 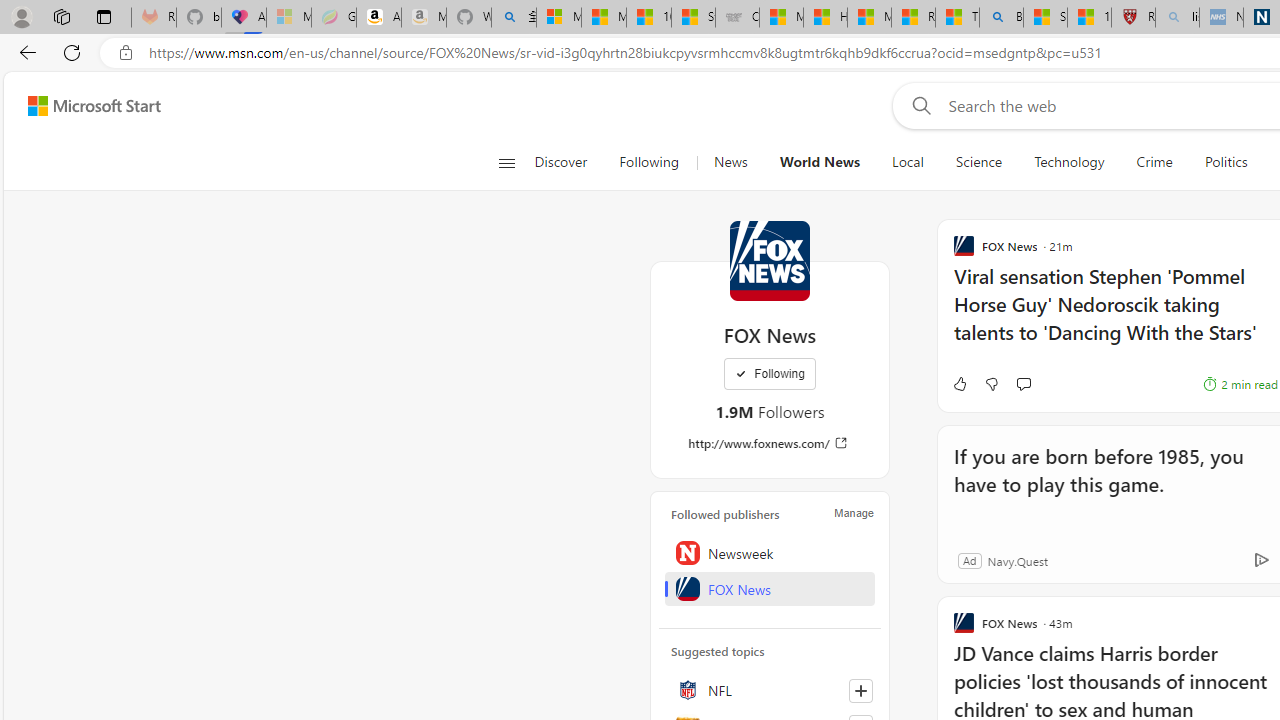 I want to click on 'Navy.Quest', so click(x=1017, y=560).